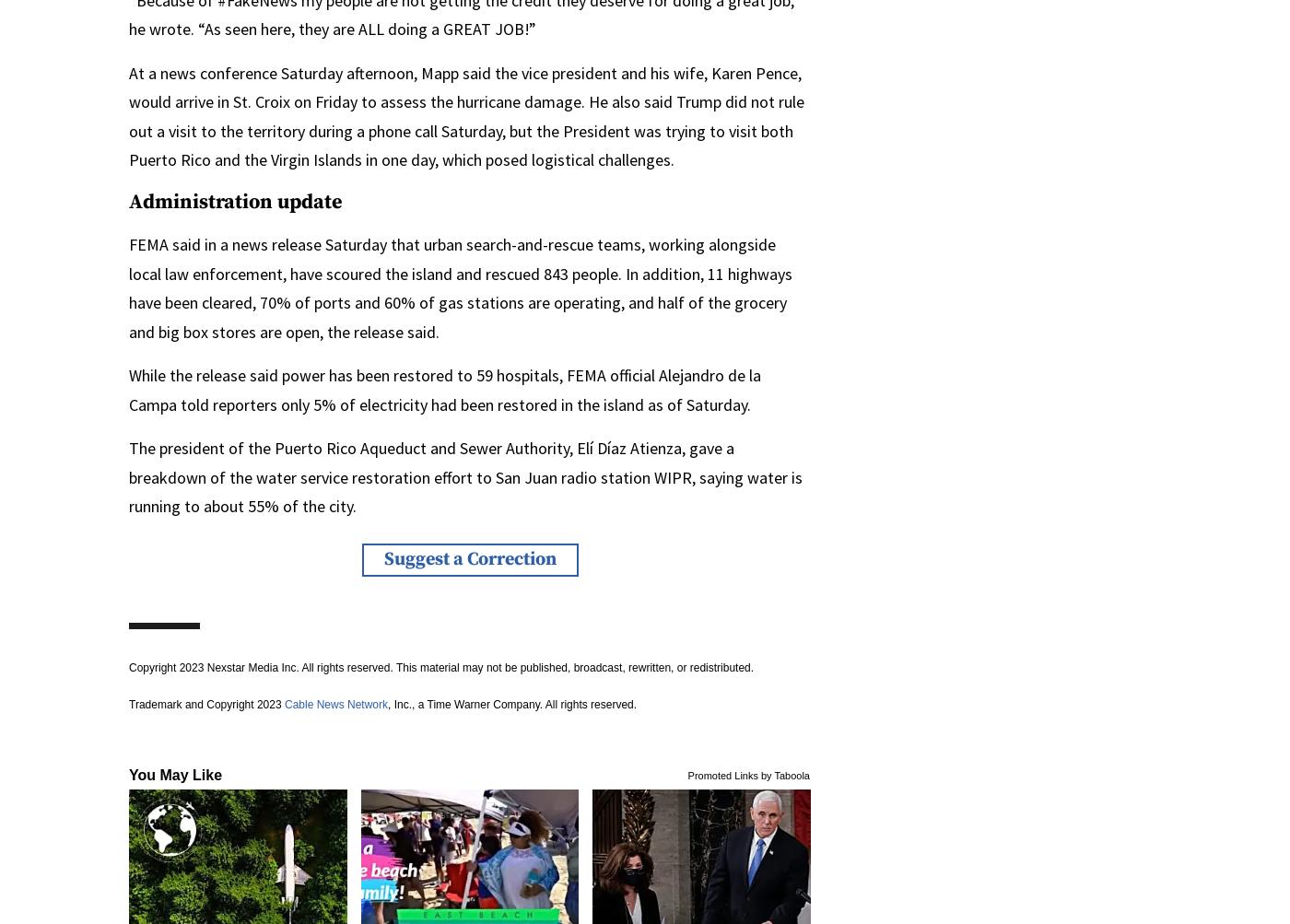 This screenshot has width=1290, height=924. Describe the element at coordinates (382, 558) in the screenshot. I see `'Suggest a Correction'` at that location.